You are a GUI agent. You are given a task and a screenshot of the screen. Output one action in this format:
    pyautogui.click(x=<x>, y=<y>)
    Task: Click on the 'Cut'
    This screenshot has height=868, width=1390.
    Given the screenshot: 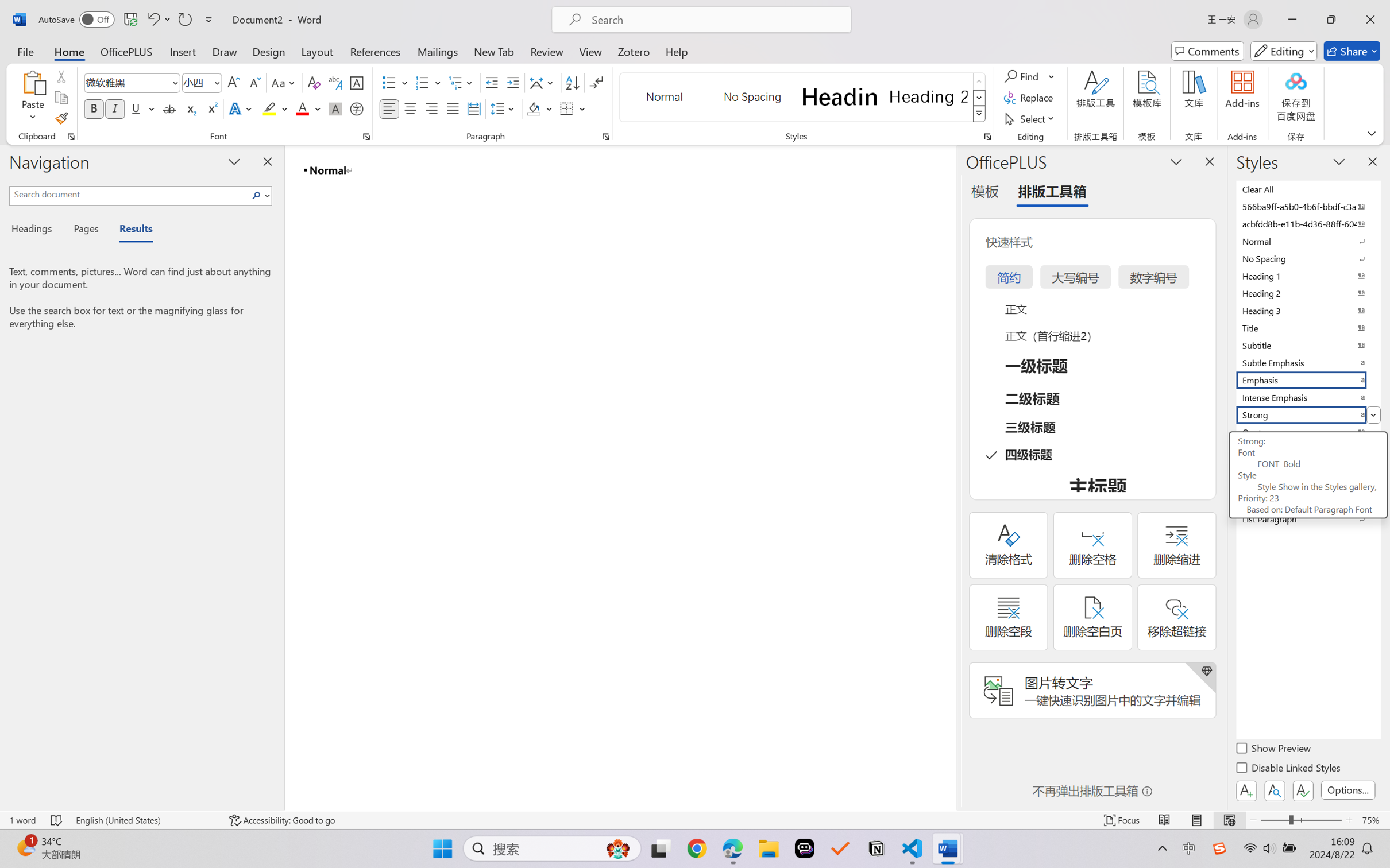 What is the action you would take?
    pyautogui.click(x=60, y=75)
    